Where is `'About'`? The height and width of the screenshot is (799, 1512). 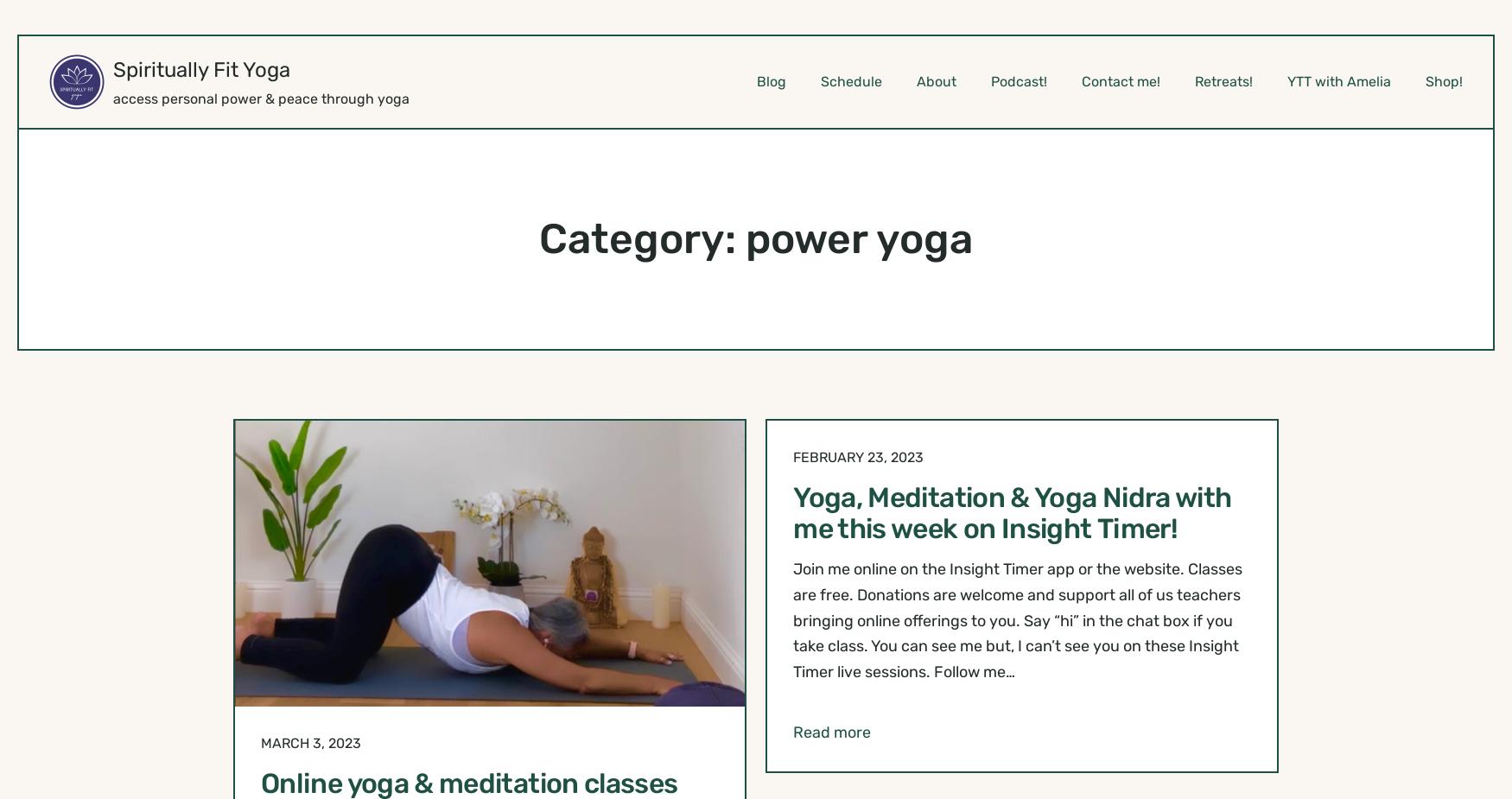 'About' is located at coordinates (936, 79).